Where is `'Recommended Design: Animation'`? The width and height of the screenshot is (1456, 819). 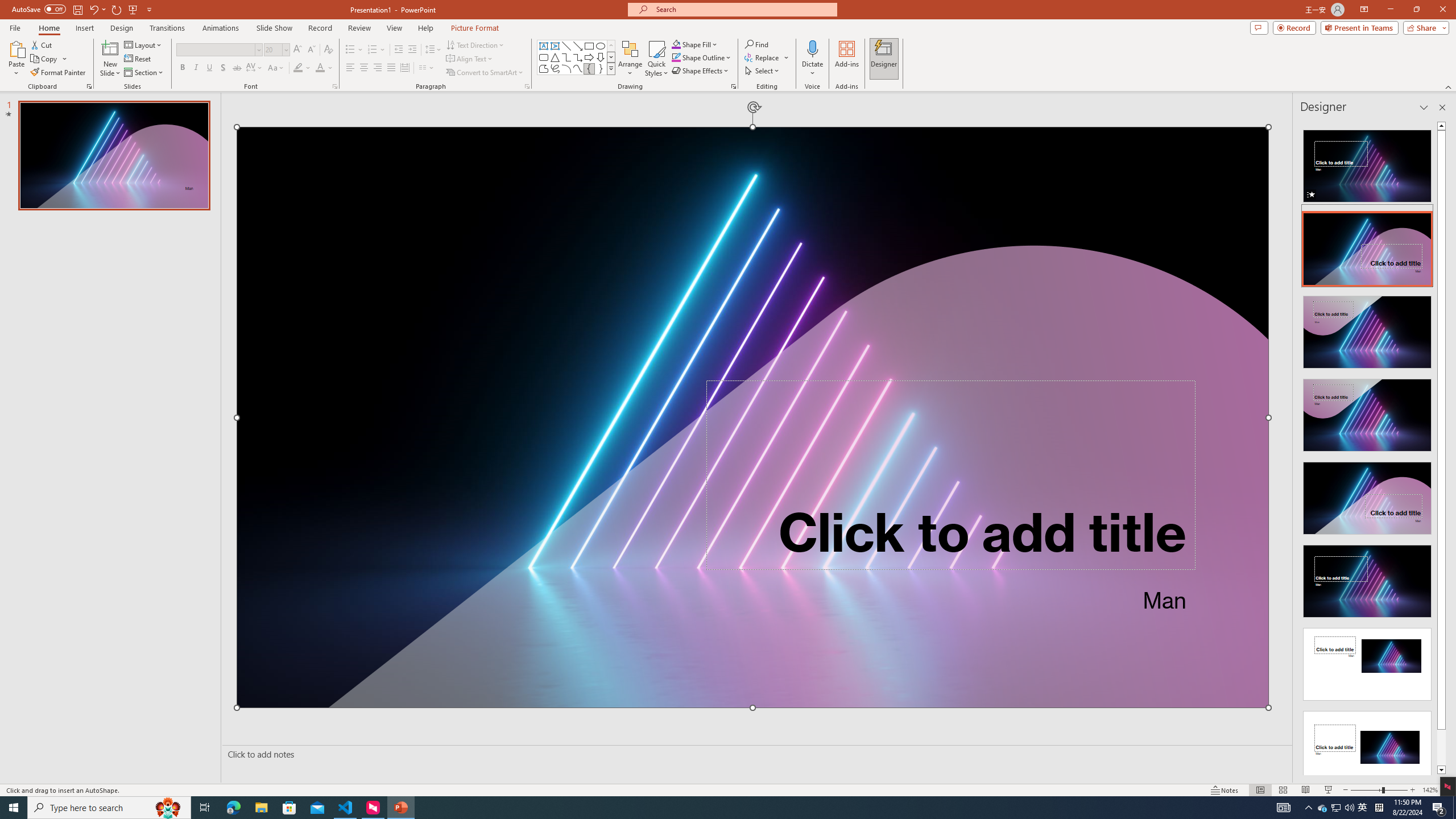
'Recommended Design: Animation' is located at coordinates (1366, 162).